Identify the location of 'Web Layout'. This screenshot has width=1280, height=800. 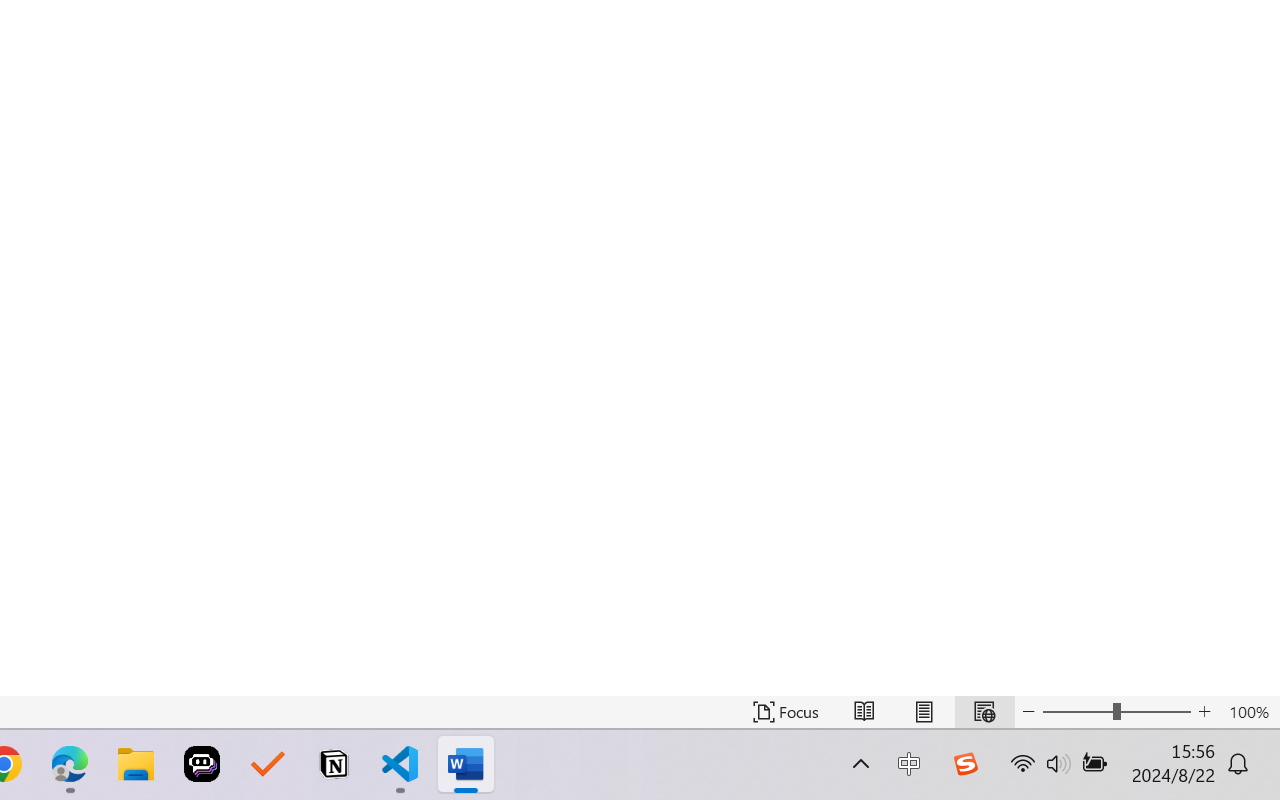
(984, 711).